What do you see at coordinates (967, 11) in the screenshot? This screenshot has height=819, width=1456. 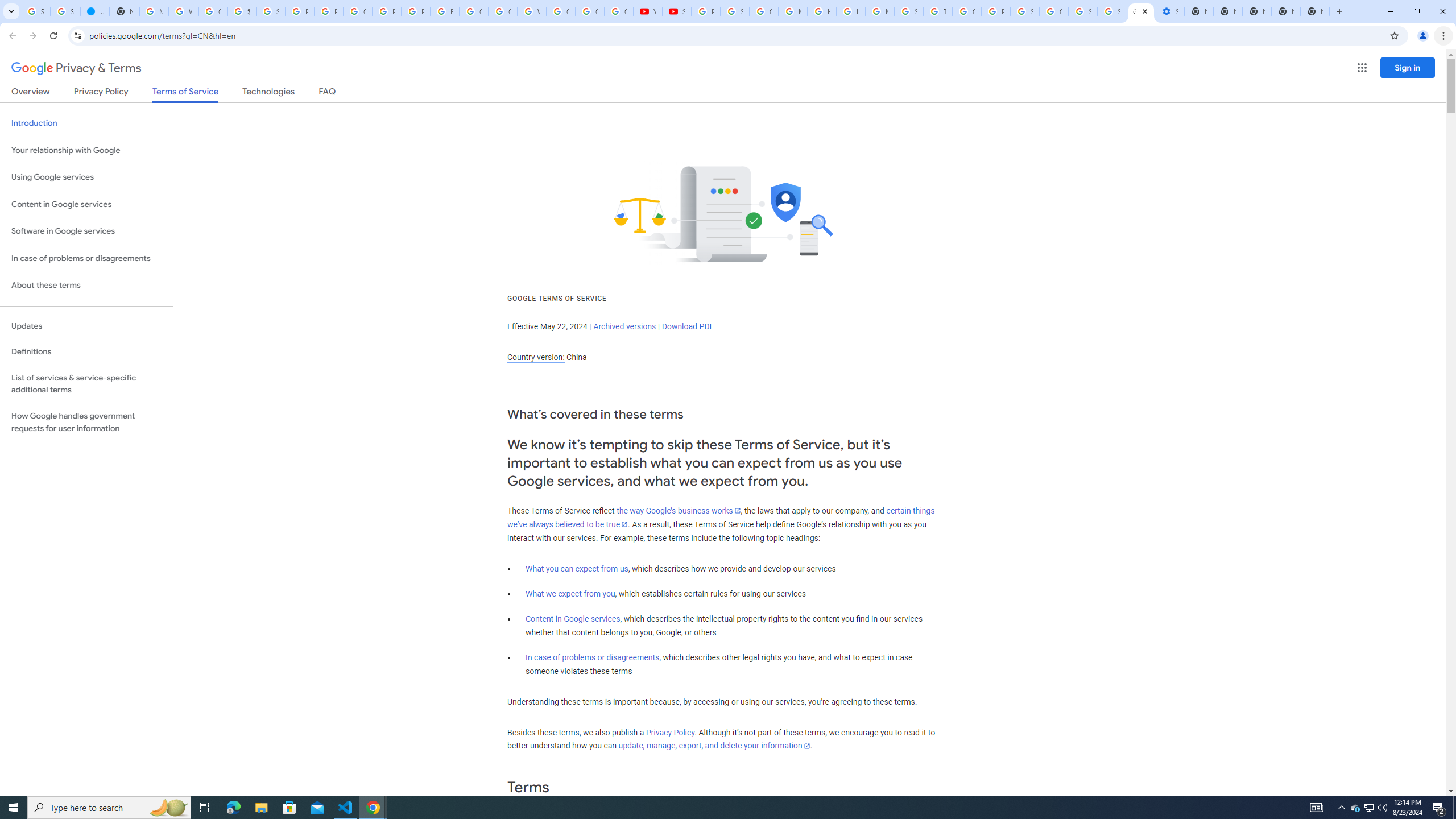 I see `'Google Ads - Sign in'` at bounding box center [967, 11].